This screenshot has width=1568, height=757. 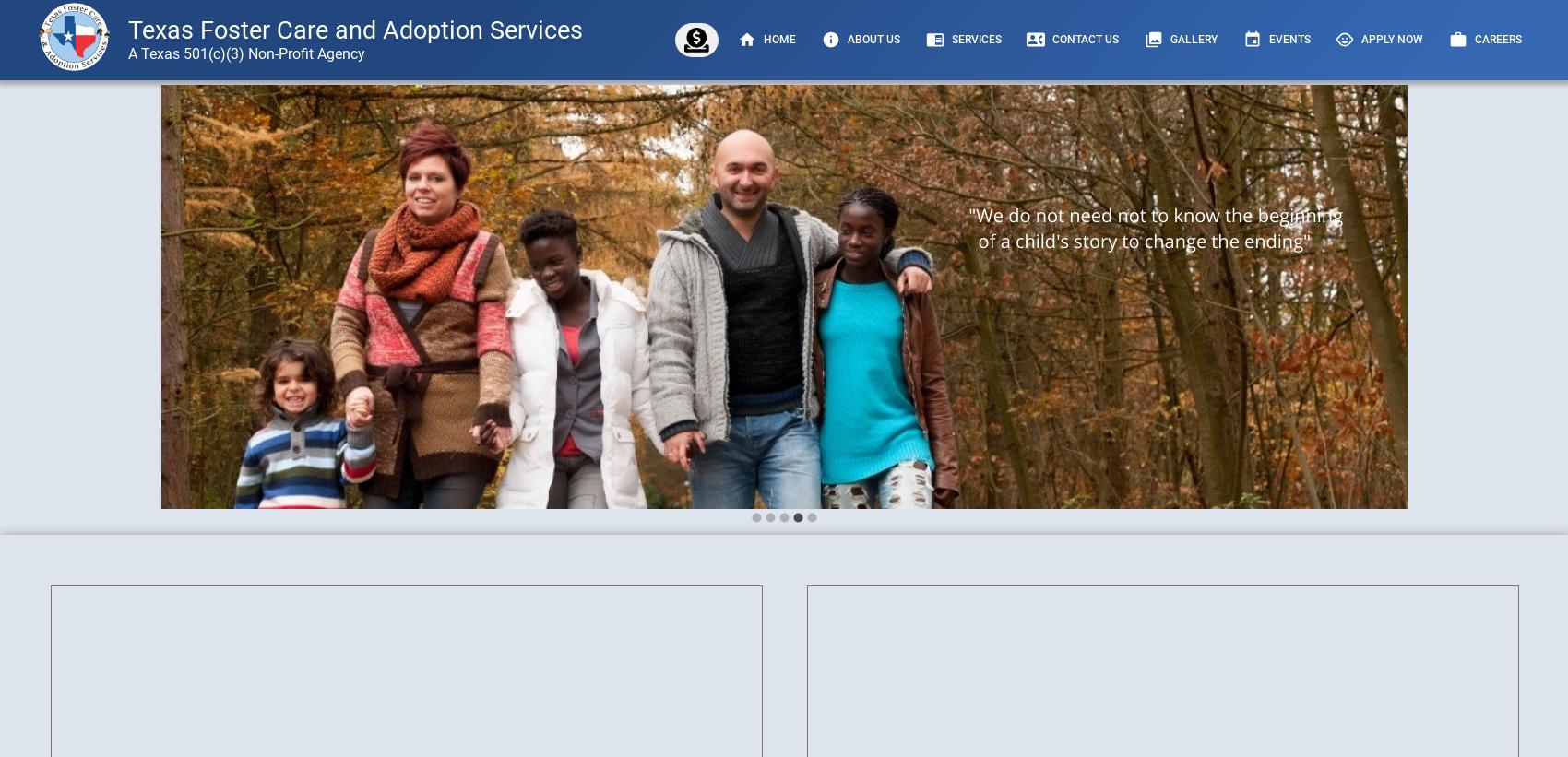 What do you see at coordinates (1497, 38) in the screenshot?
I see `'Careers'` at bounding box center [1497, 38].